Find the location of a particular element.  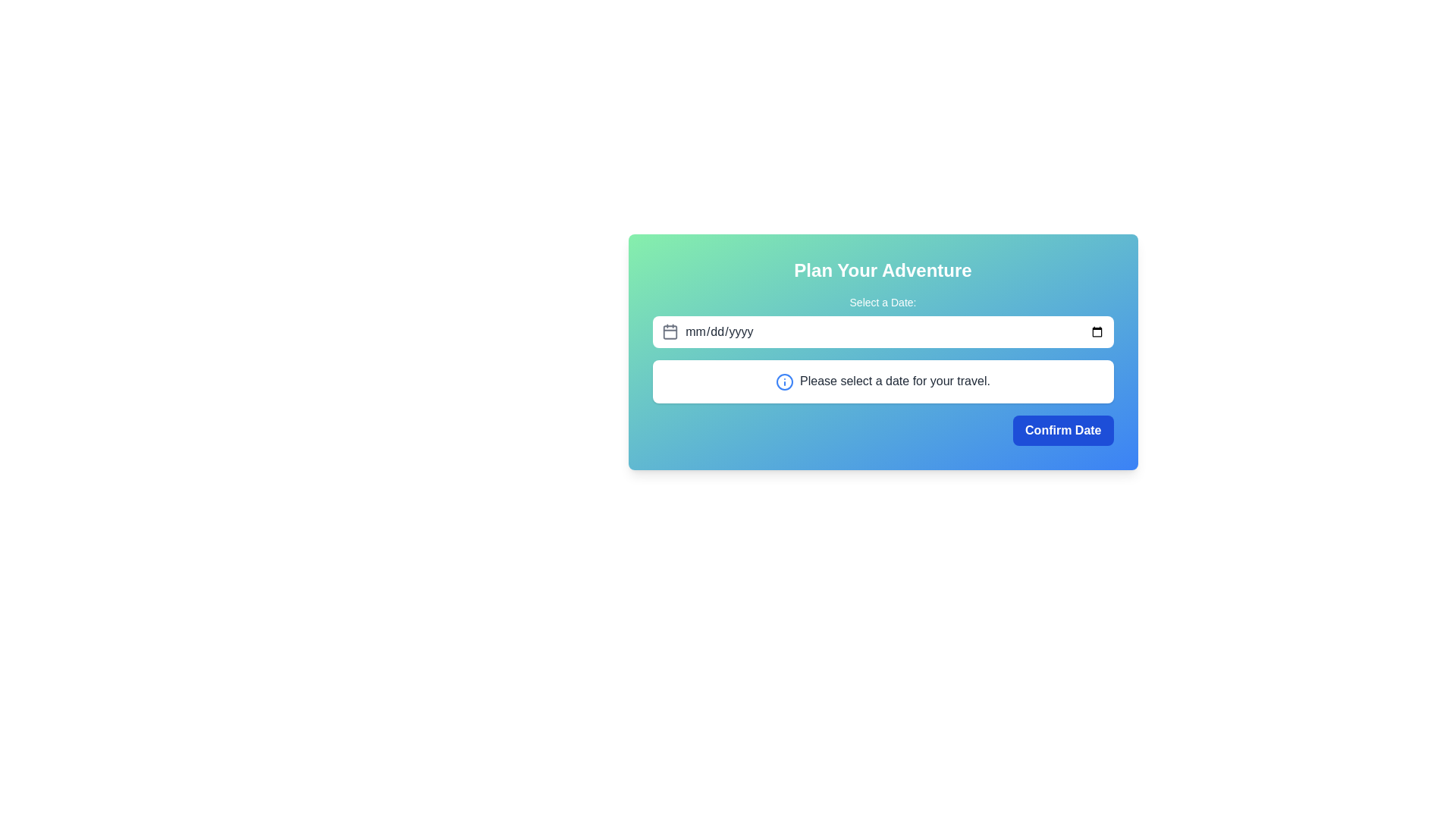

the circular information icon with a blue border located beside the text 'Please select a date for your travel.' is located at coordinates (785, 381).